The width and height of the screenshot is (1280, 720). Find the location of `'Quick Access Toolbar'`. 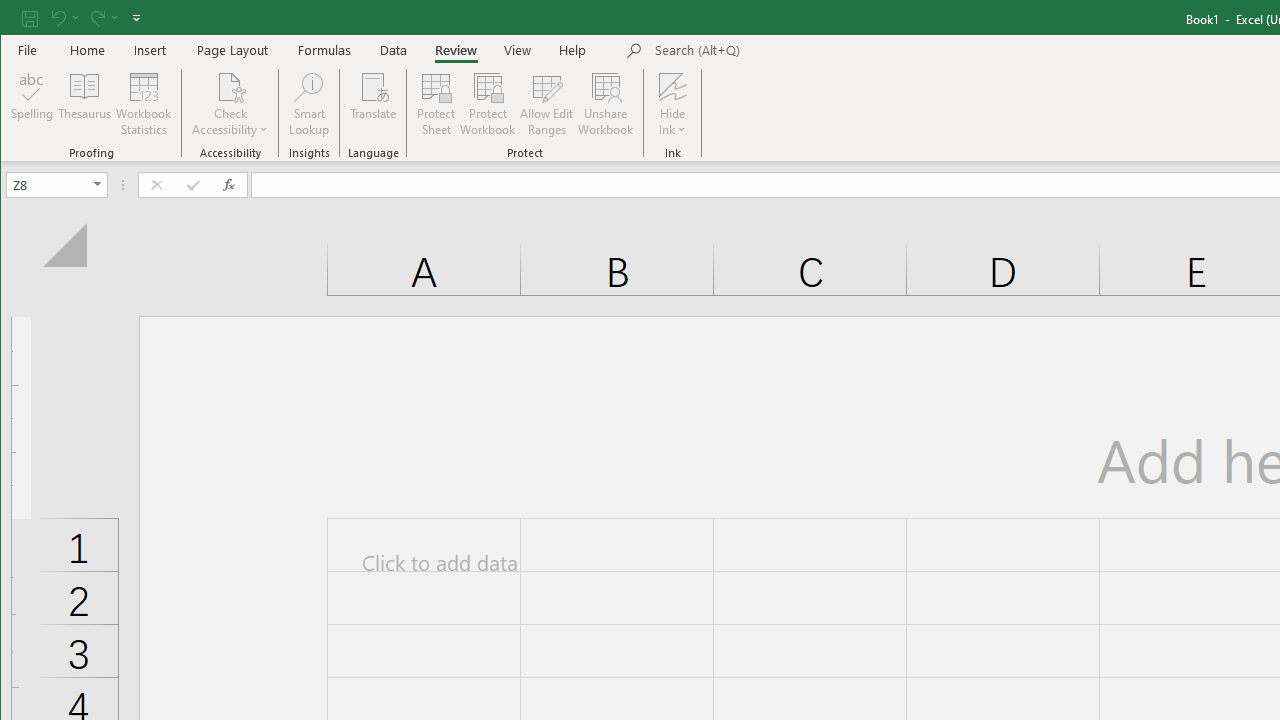

'Quick Access Toolbar' is located at coordinates (82, 18).